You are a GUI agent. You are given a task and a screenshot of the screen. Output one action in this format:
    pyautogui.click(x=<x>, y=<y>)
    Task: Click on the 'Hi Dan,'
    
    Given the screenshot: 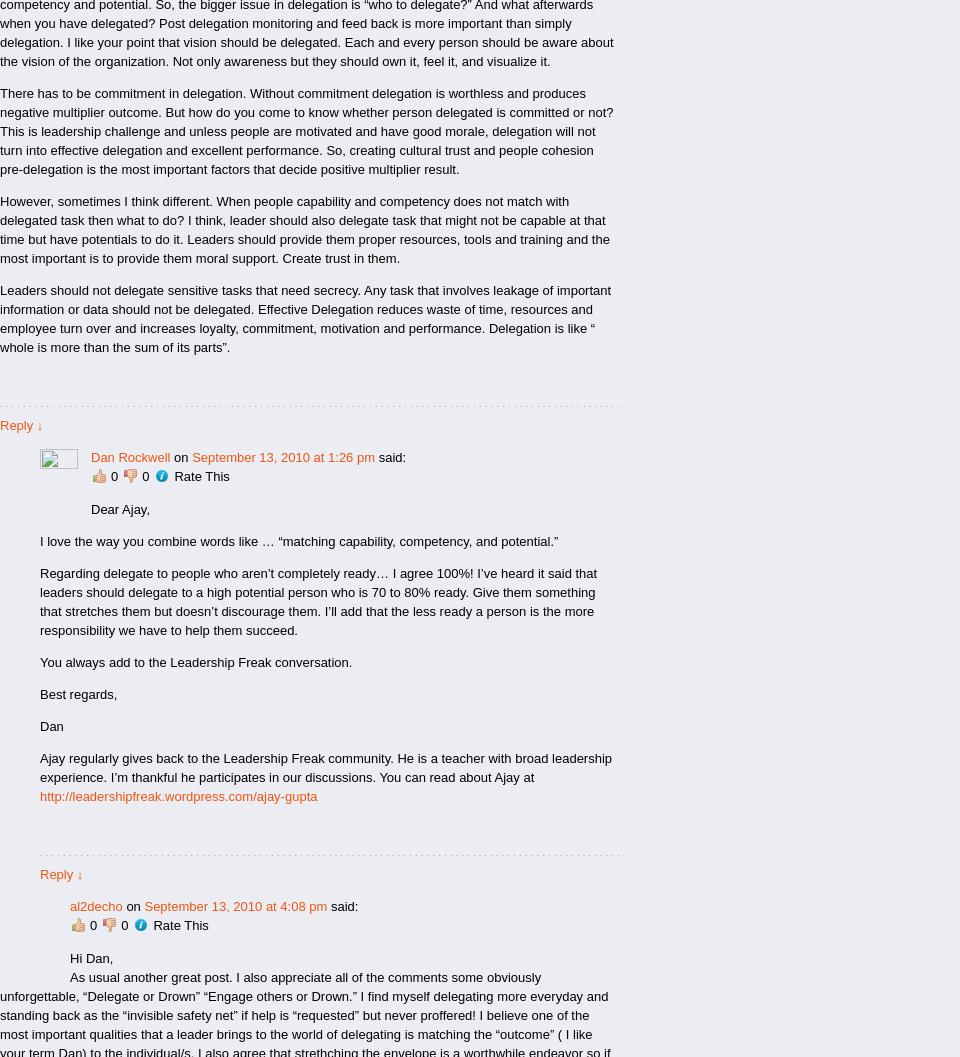 What is the action you would take?
    pyautogui.click(x=91, y=958)
    